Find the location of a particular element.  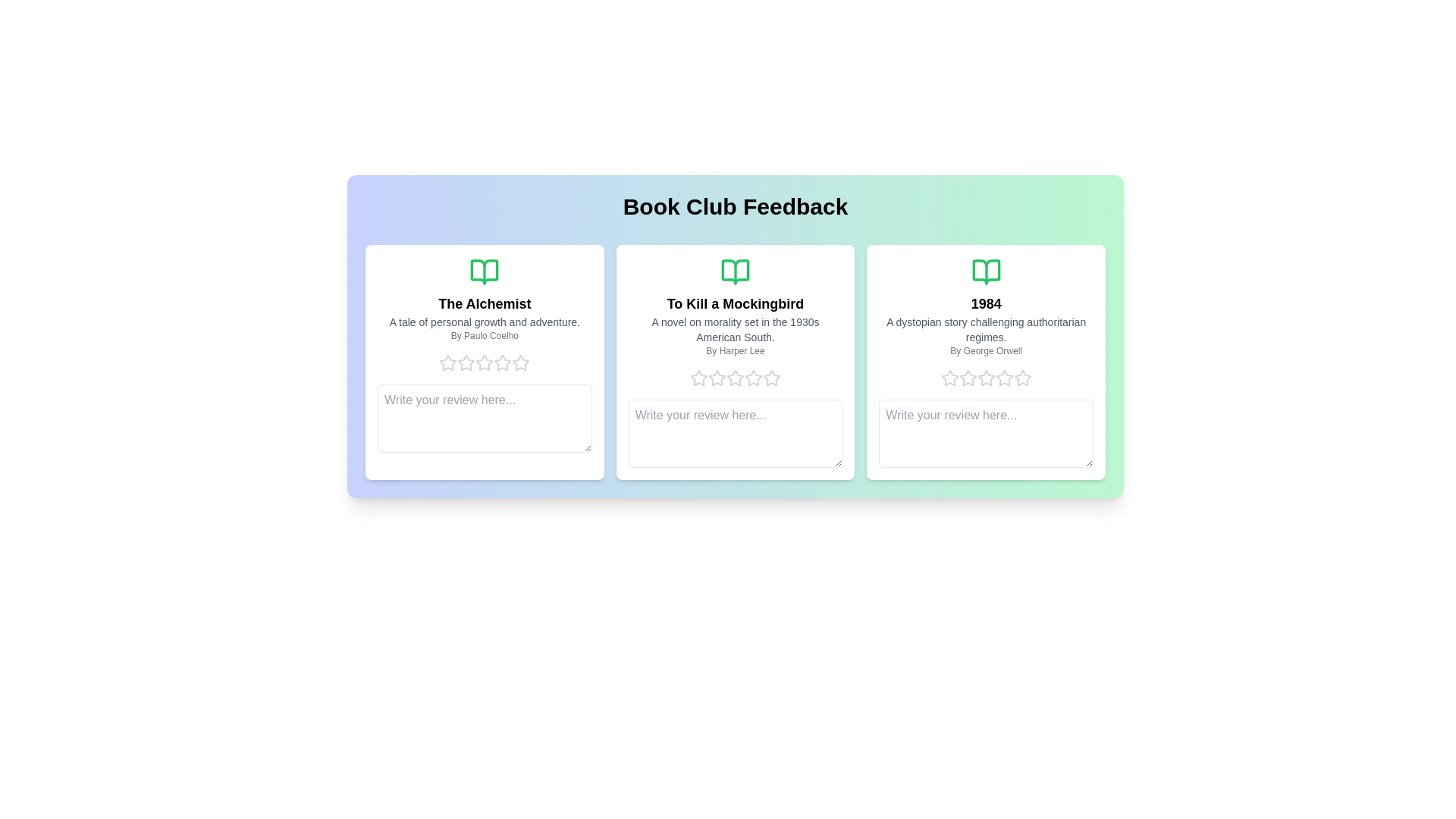

the third rating star is located at coordinates (484, 362).